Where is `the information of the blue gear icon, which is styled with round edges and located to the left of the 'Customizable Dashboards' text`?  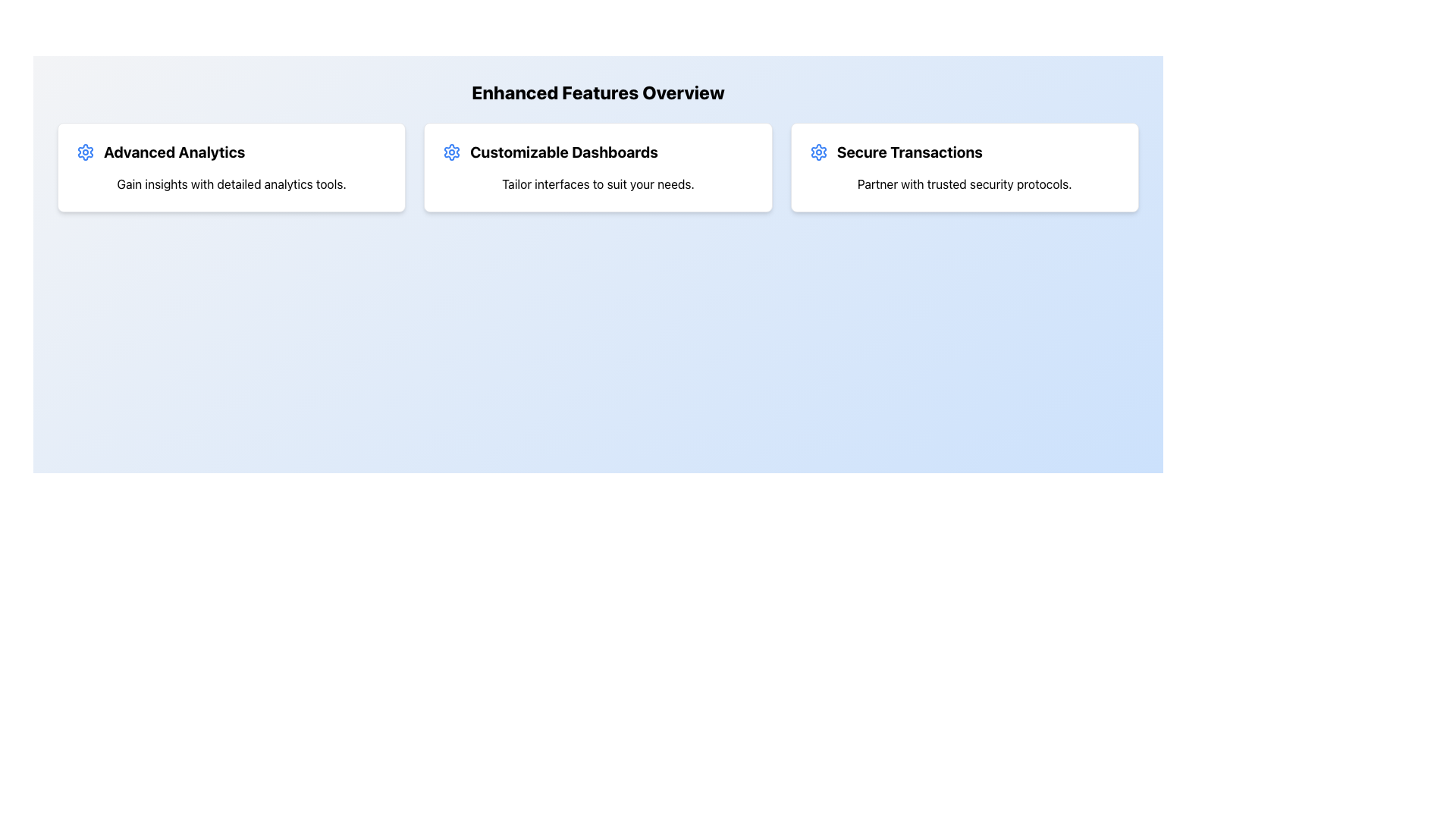 the information of the blue gear icon, which is styled with round edges and located to the left of the 'Customizable Dashboards' text is located at coordinates (451, 152).